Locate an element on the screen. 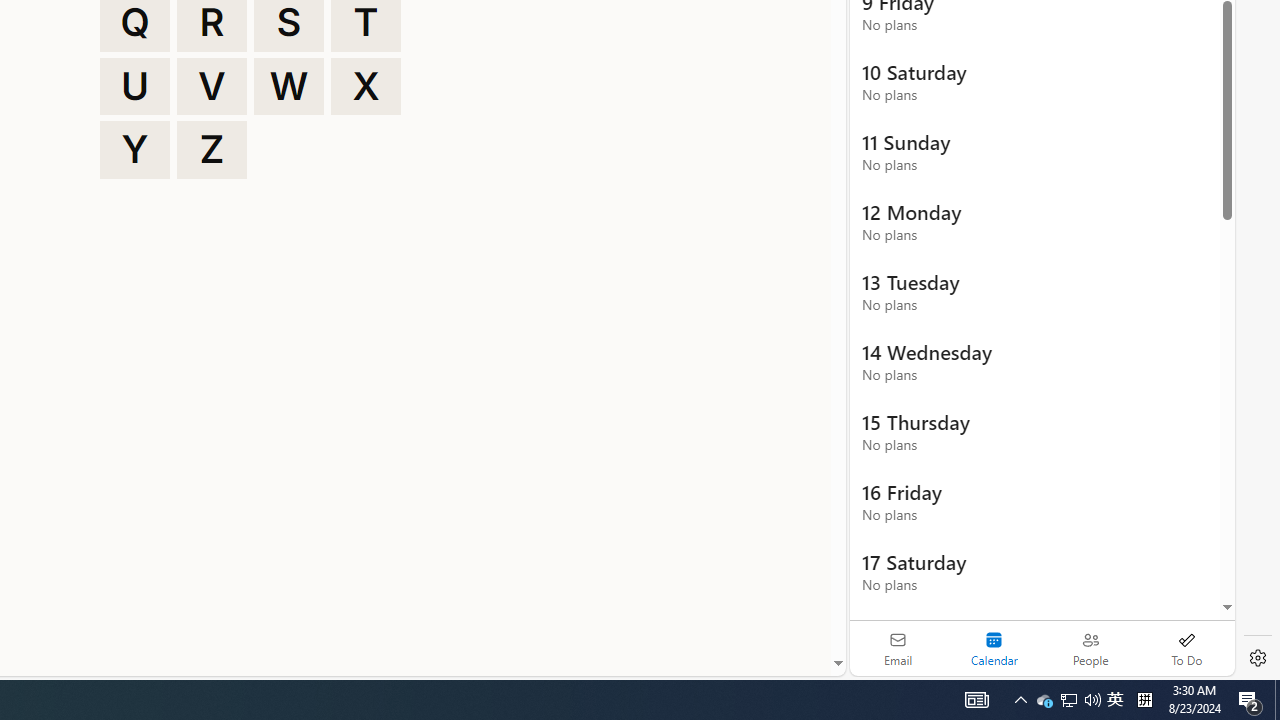 The height and width of the screenshot is (720, 1280). 'Settings' is located at coordinates (1257, 658).